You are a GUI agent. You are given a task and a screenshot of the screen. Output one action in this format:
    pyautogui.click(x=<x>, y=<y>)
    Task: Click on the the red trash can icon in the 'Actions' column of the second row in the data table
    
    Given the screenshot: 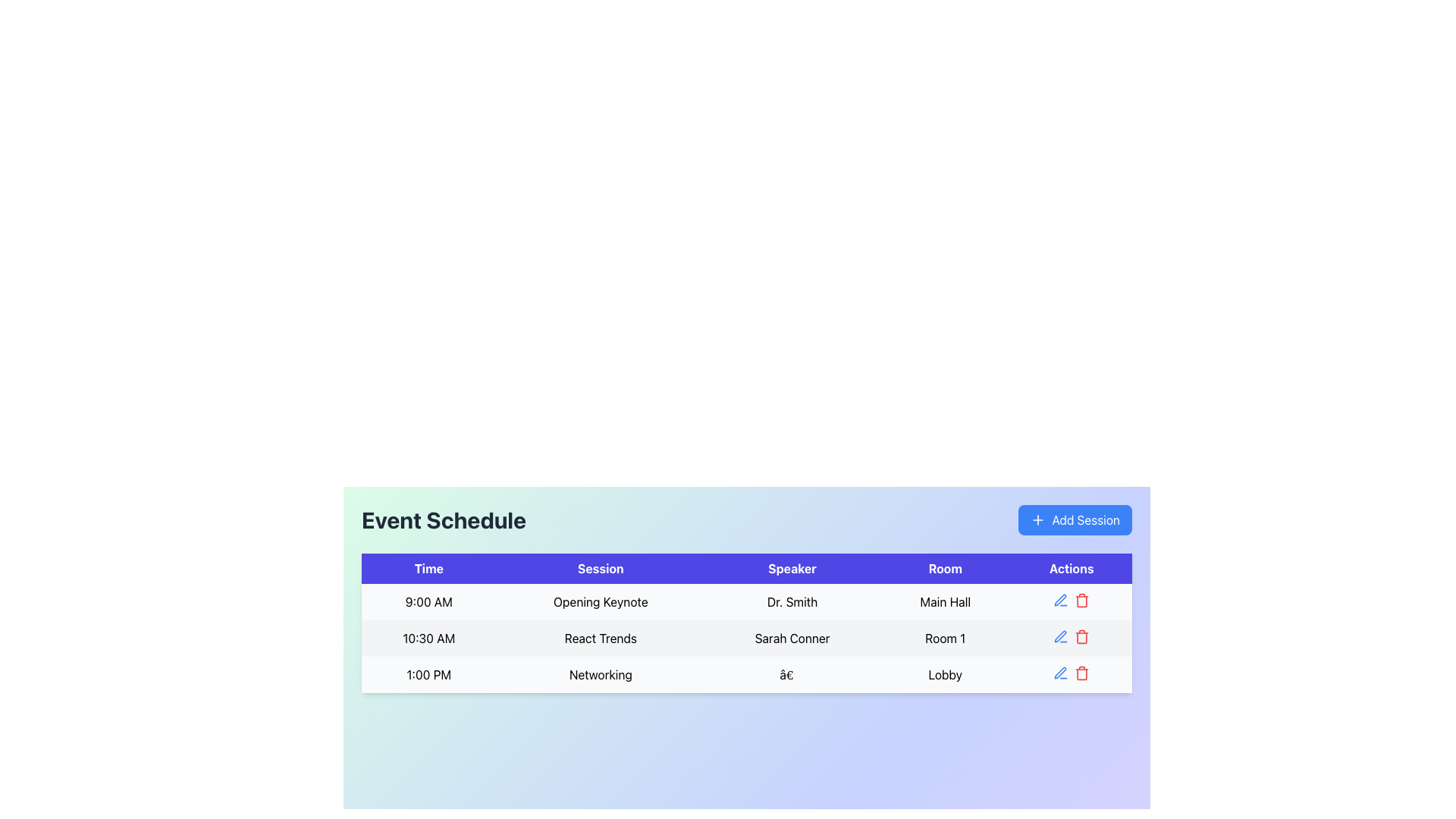 What is the action you would take?
    pyautogui.click(x=1081, y=637)
    